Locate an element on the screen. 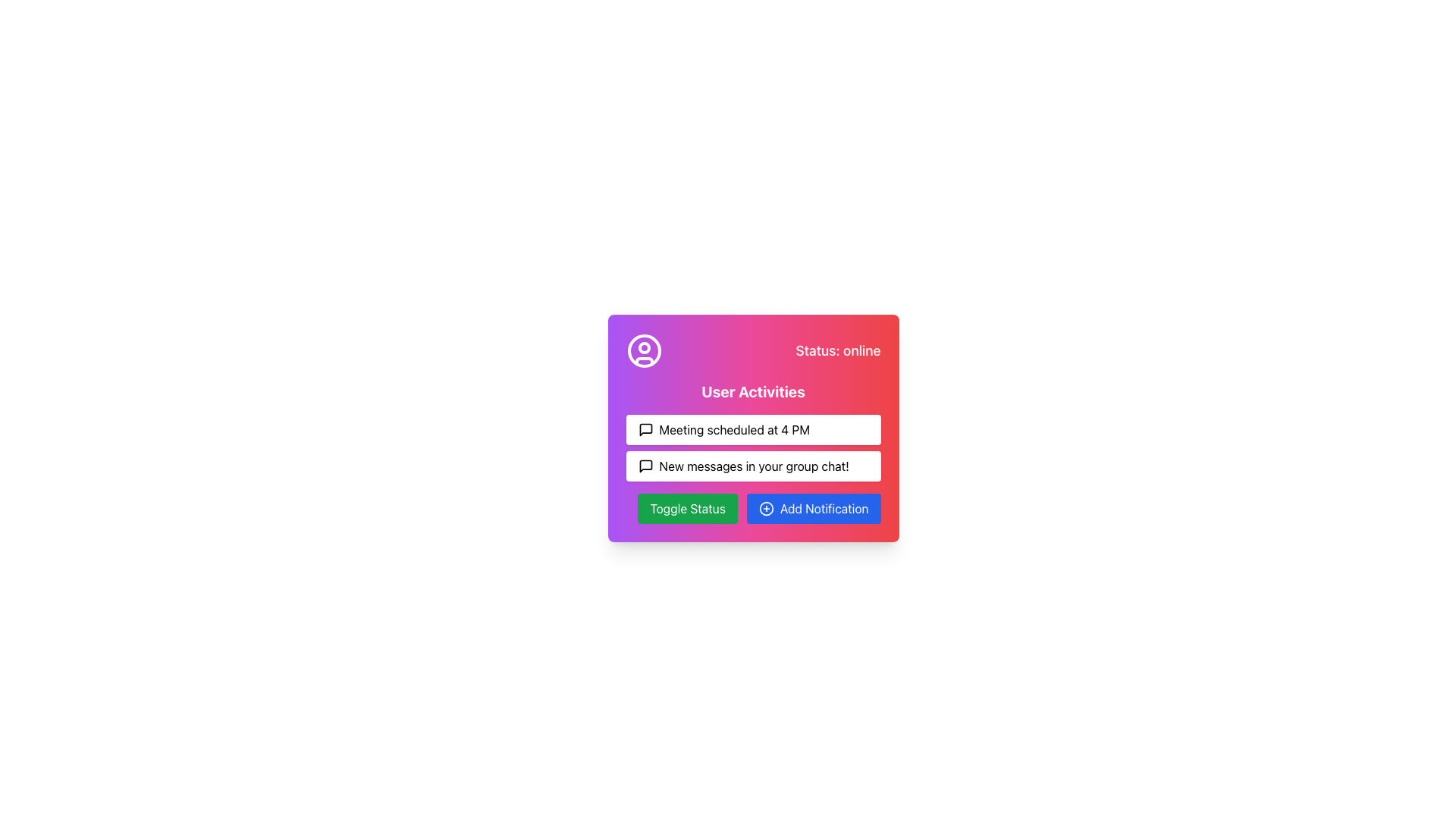 The height and width of the screenshot is (819, 1456). the text element that reads 'New messages in your group chat!' located centrally towards the bottom half of the user interface, within the list of user activity notifications is located at coordinates (754, 465).